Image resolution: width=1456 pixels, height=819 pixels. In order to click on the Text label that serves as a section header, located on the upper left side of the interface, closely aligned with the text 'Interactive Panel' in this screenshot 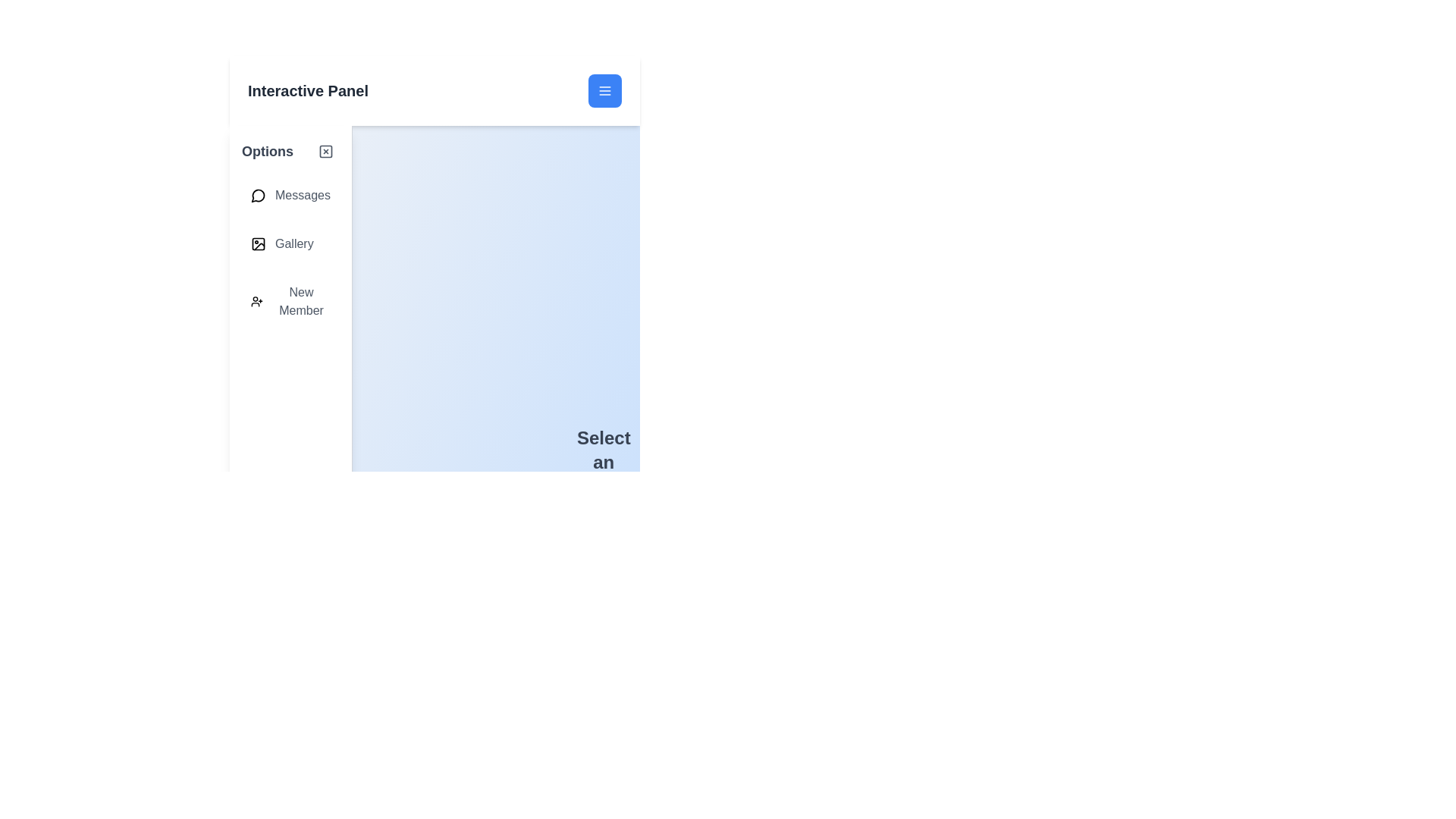, I will do `click(268, 152)`.